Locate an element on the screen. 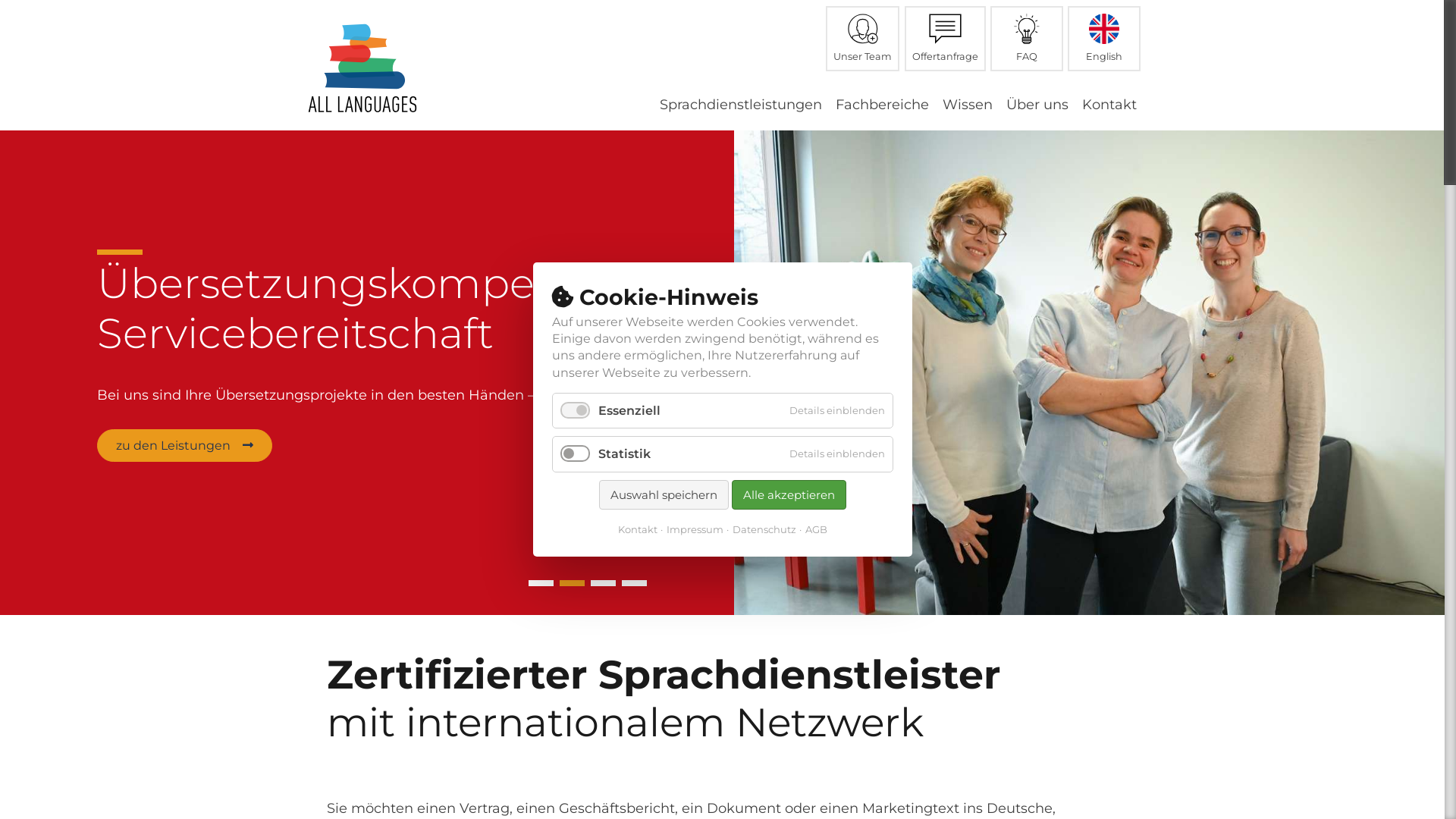 The image size is (1456, 819). 'Unser Team' is located at coordinates (862, 37).